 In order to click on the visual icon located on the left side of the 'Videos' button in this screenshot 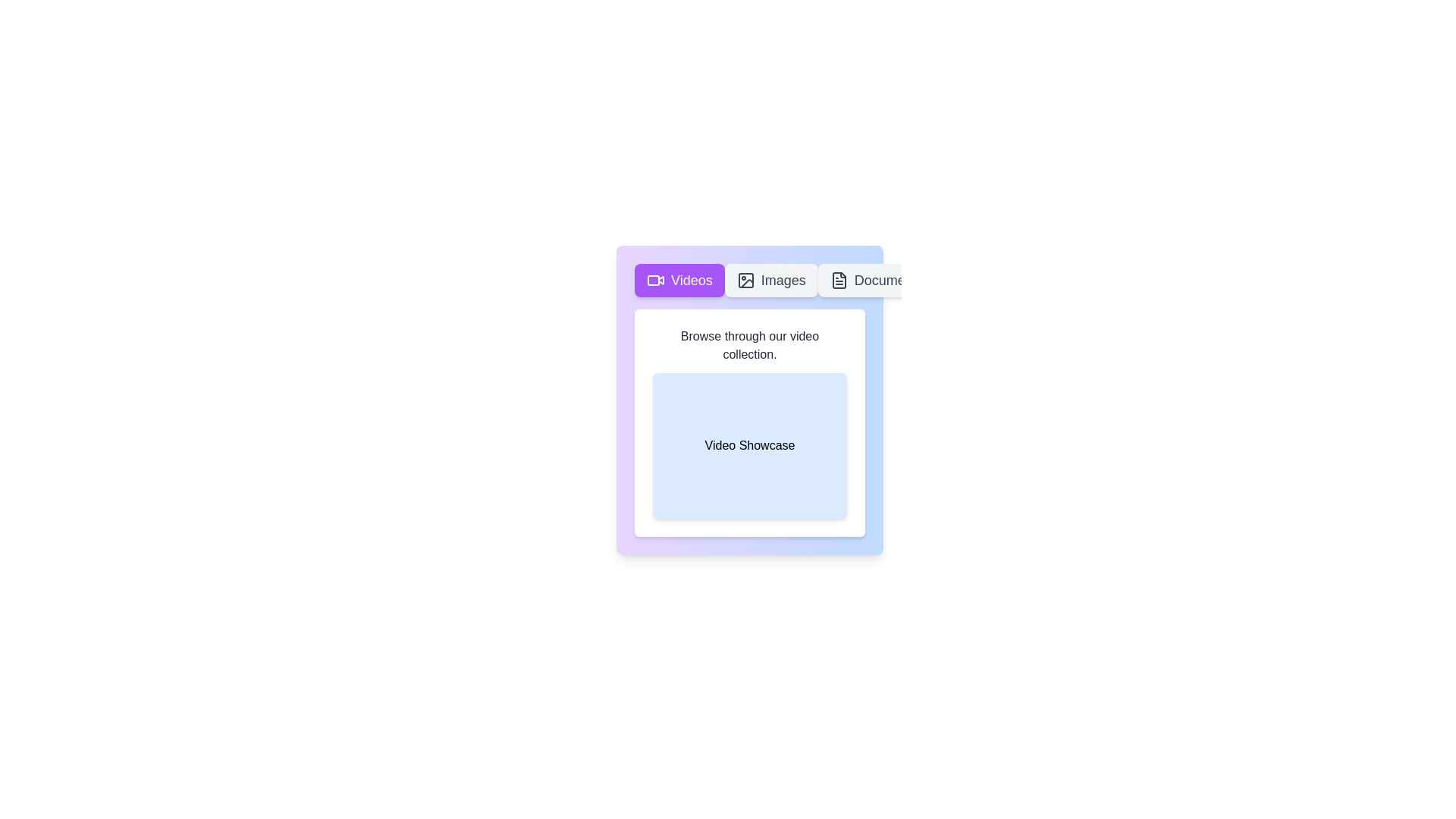, I will do `click(655, 281)`.